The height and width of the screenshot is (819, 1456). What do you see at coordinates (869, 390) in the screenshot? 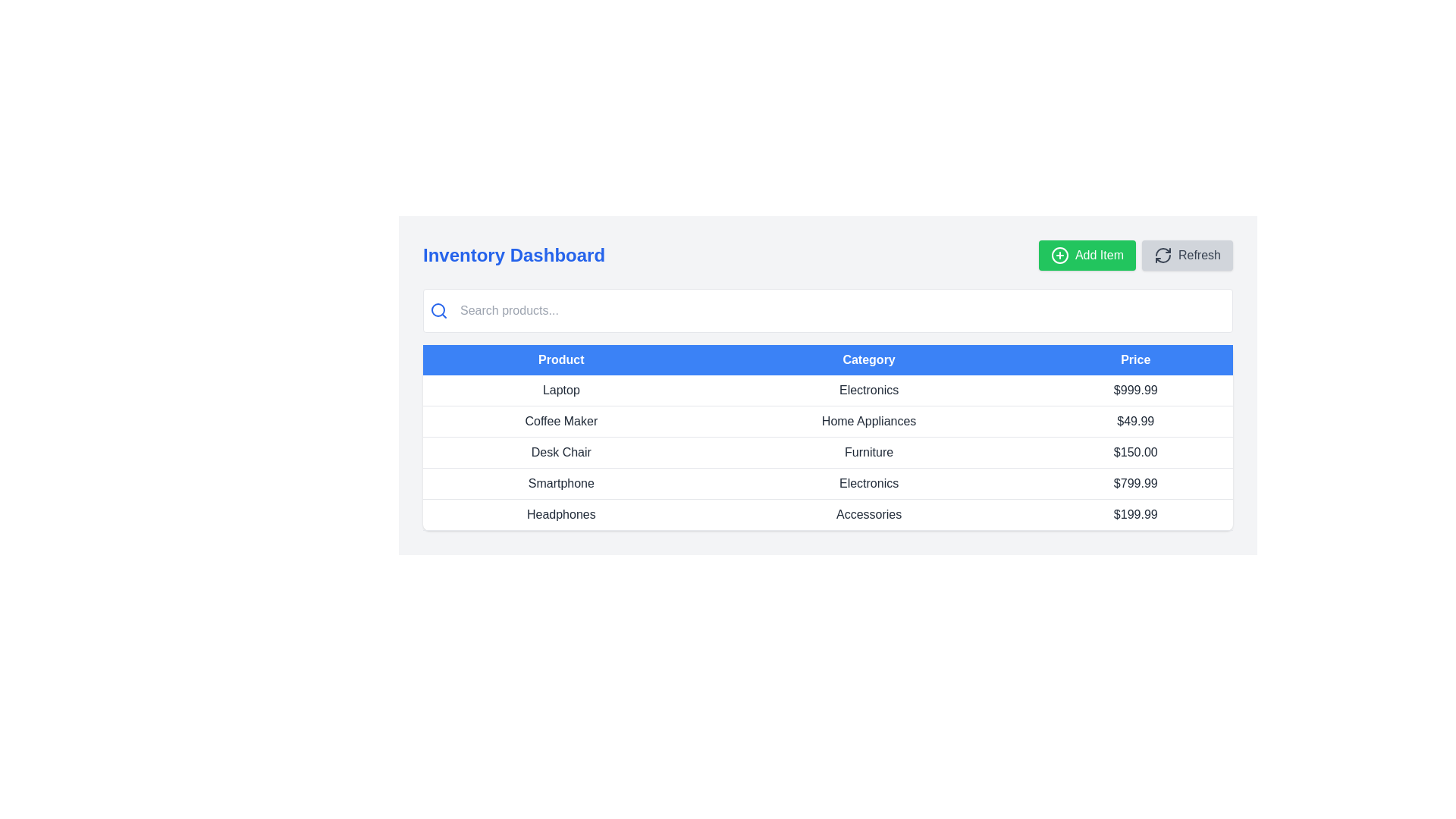
I see `the Static text label that identifies the category for the 'Laptop' product, positioned between the 'Laptop' label and the price value '$999.99'` at bounding box center [869, 390].